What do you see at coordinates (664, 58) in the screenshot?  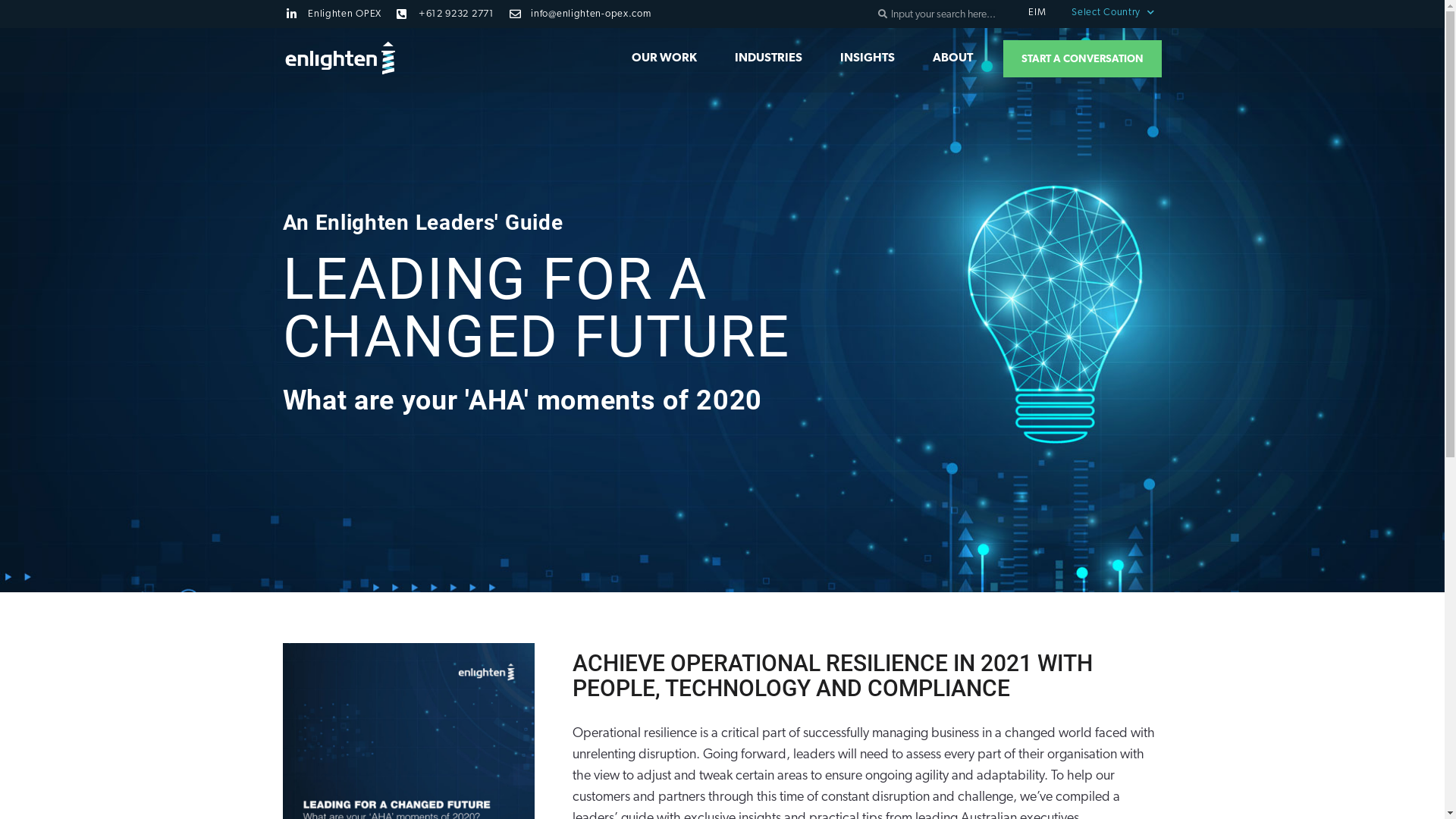 I see `'OUR WORK'` at bounding box center [664, 58].